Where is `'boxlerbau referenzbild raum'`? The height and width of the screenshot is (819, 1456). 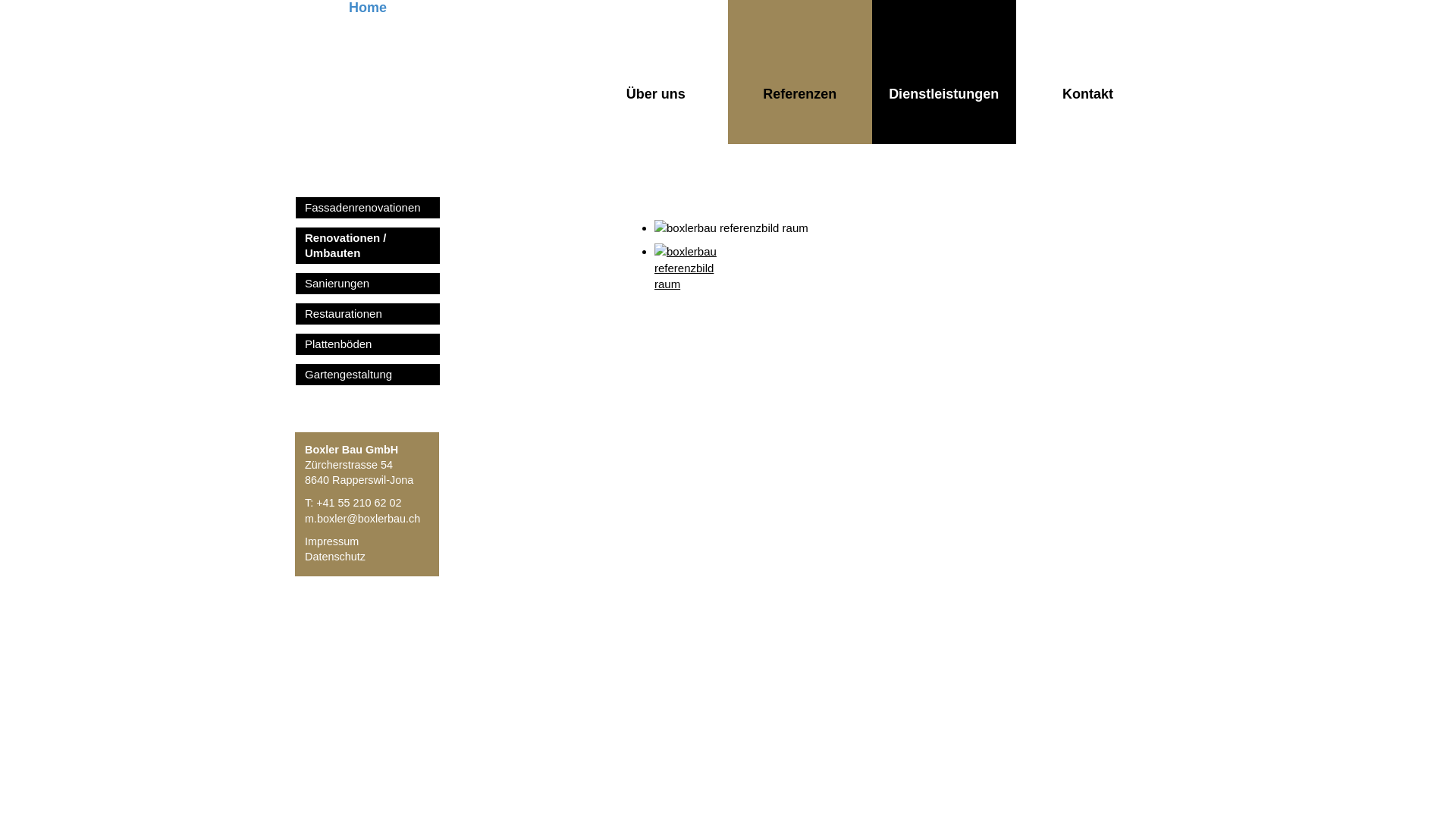
'boxlerbau referenzbild raum' is located at coordinates (691, 281).